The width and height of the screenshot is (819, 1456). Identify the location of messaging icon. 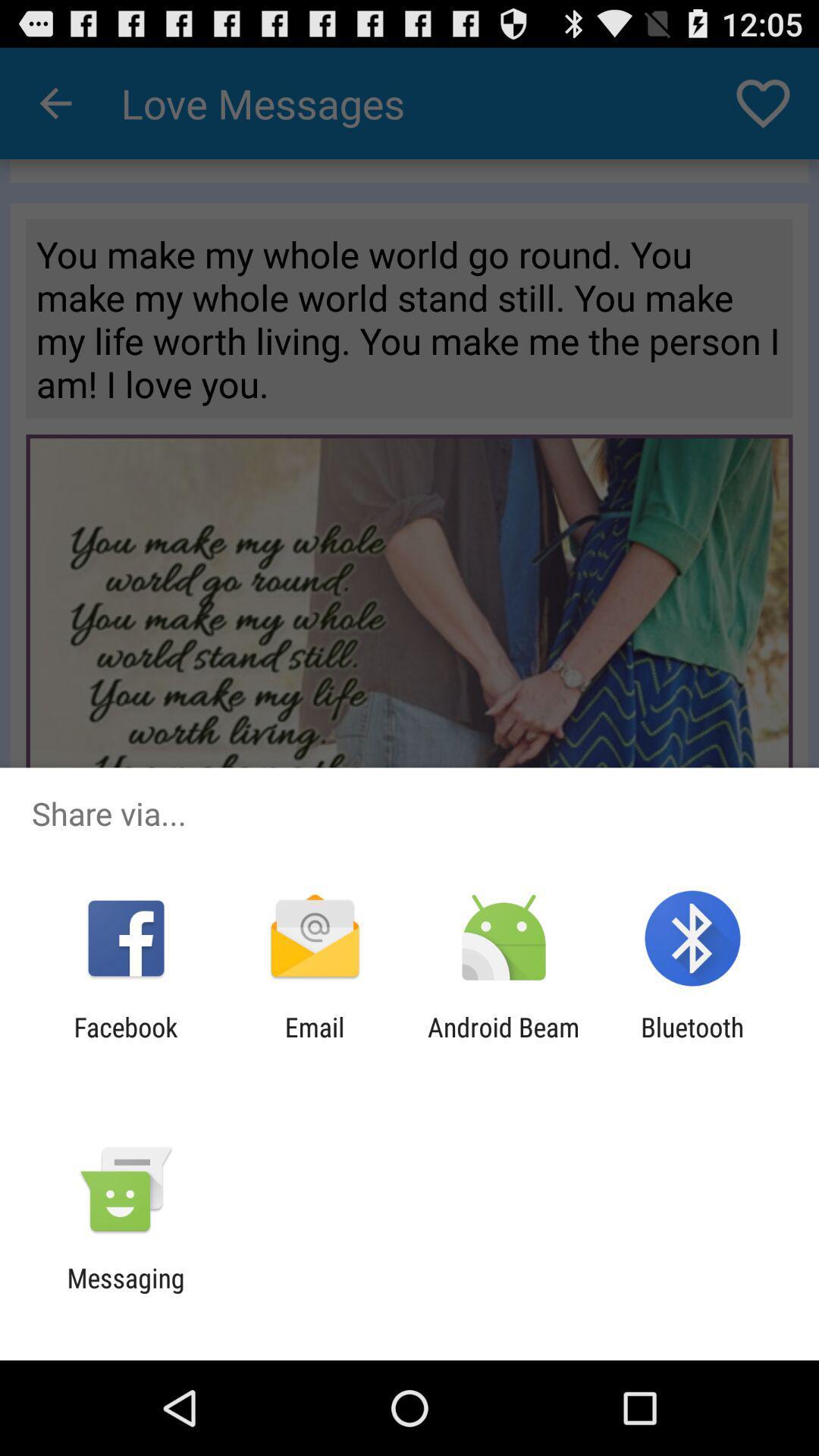
(125, 1293).